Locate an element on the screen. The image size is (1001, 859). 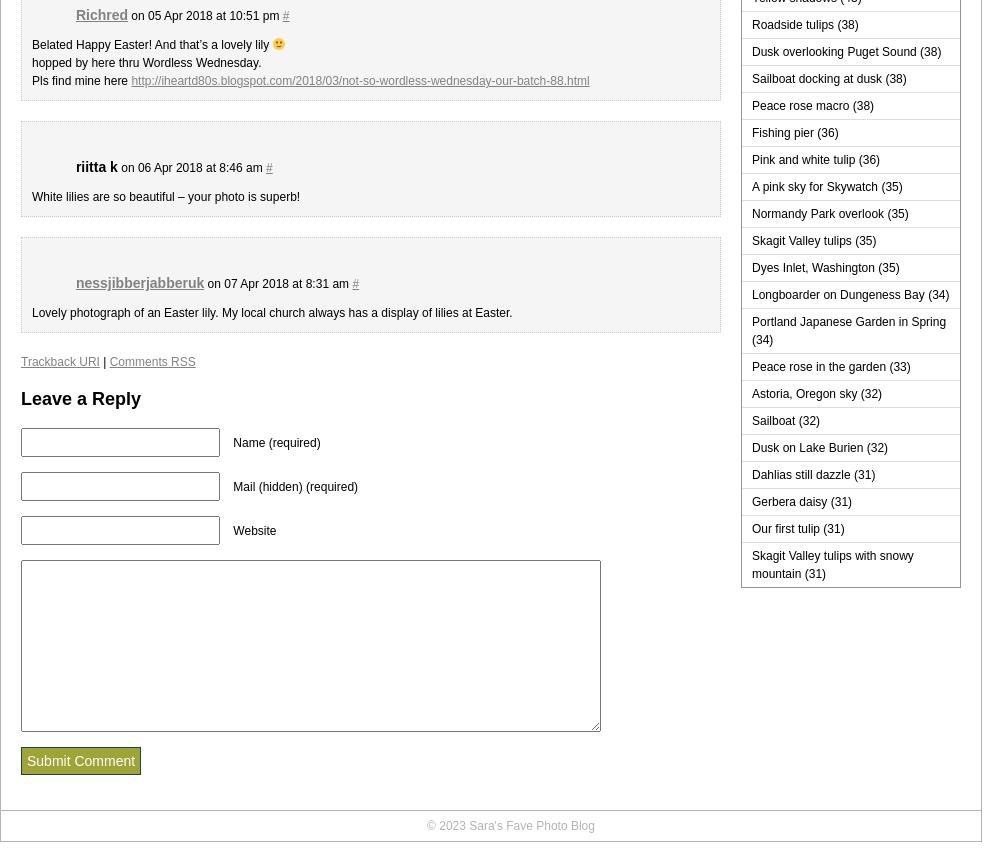
'Comments RSS' is located at coordinates (151, 360).